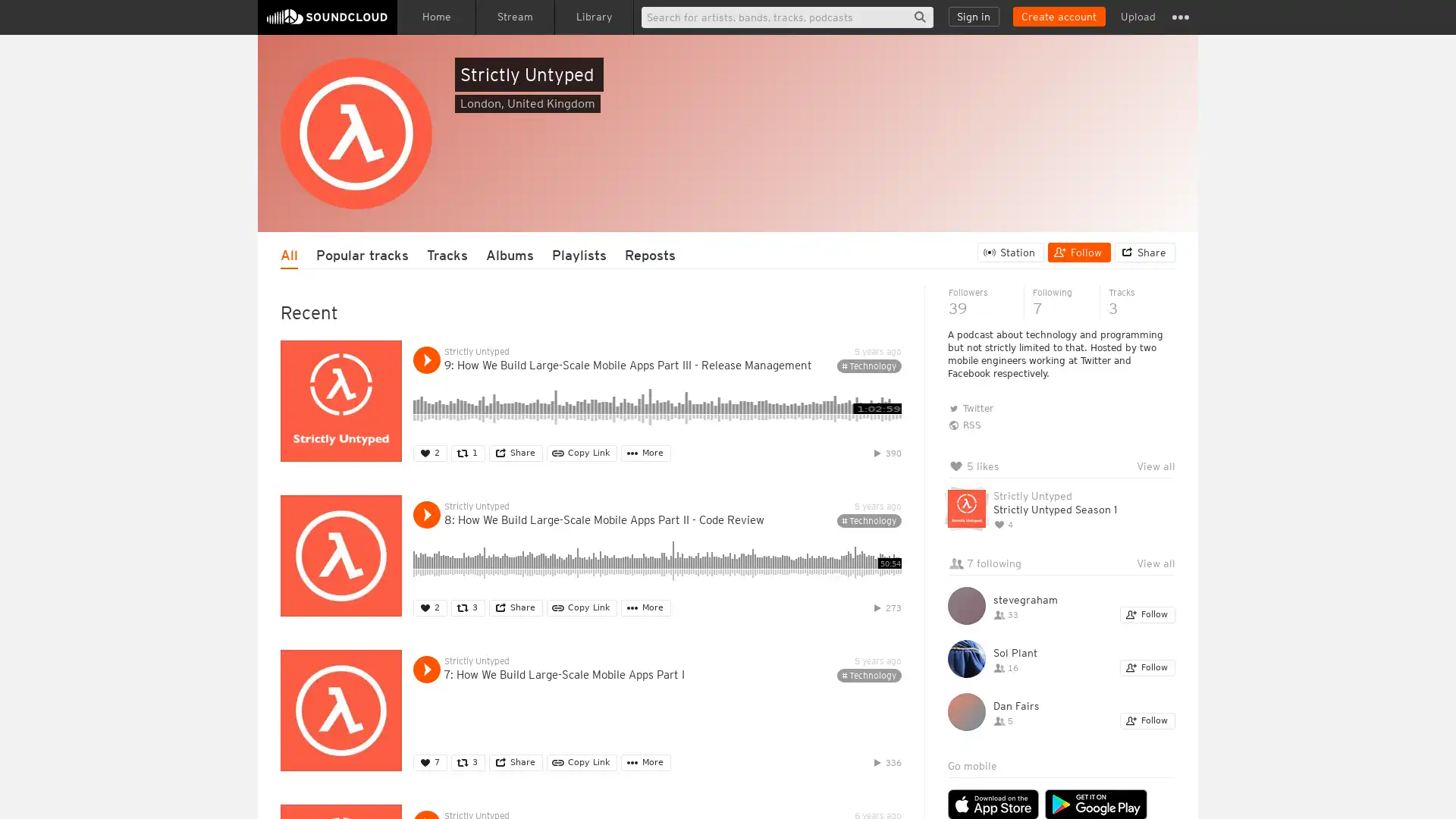  What do you see at coordinates (425, 359) in the screenshot?
I see `Play` at bounding box center [425, 359].